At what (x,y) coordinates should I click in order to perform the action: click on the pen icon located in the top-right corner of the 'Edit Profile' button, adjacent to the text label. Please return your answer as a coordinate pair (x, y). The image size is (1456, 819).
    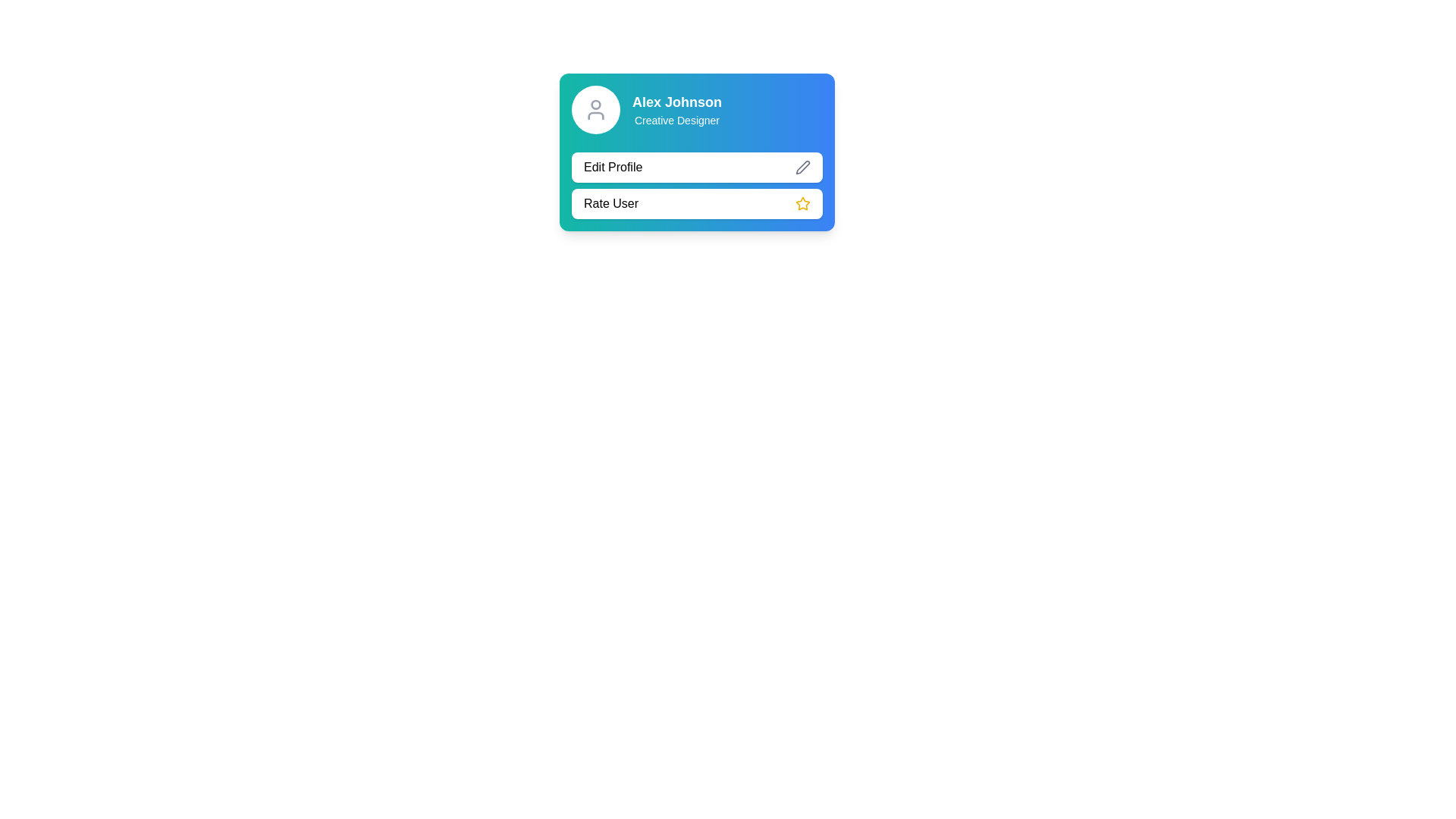
    Looking at the image, I should click on (802, 166).